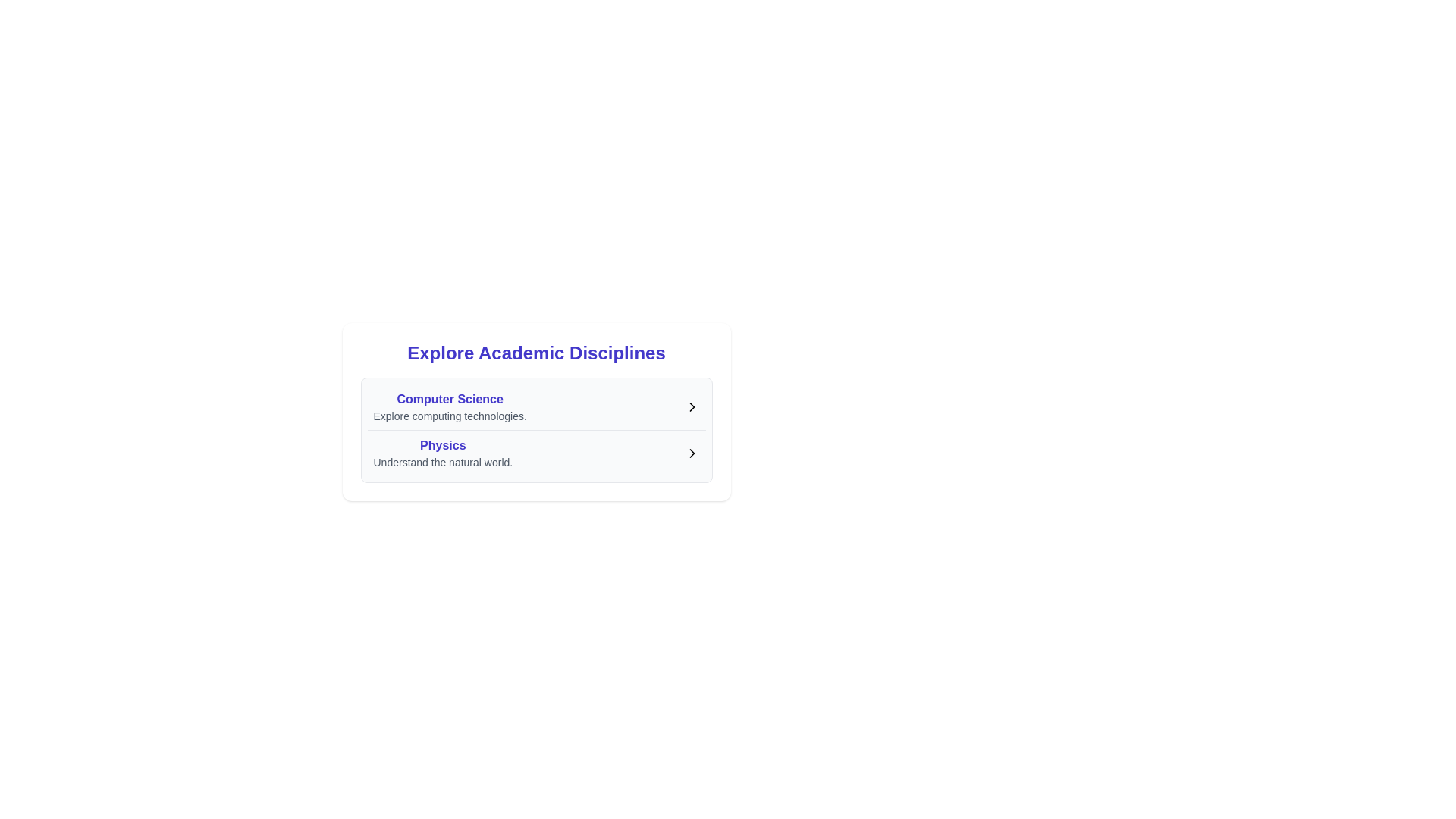 Image resolution: width=1456 pixels, height=819 pixels. Describe the element at coordinates (691, 452) in the screenshot. I see `the chevron icon that serves as a navigation cue for users to proceed to a more detailed view related to 'Physics.'` at that location.